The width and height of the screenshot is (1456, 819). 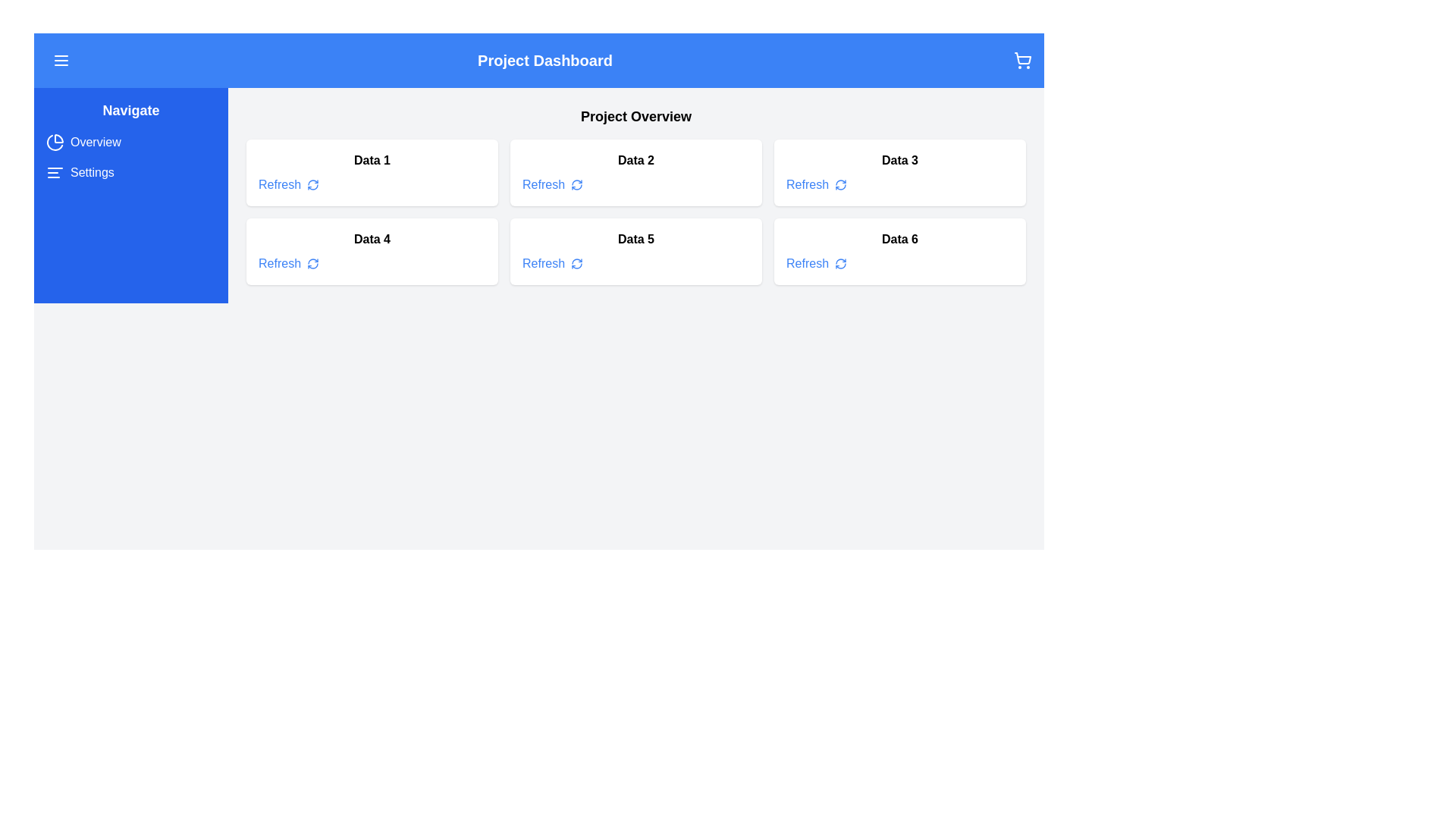 What do you see at coordinates (58, 139) in the screenshot?
I see `the decorative icon component next to the 'Overview' menu item in the left navigation bar under the 'Navigate' header` at bounding box center [58, 139].